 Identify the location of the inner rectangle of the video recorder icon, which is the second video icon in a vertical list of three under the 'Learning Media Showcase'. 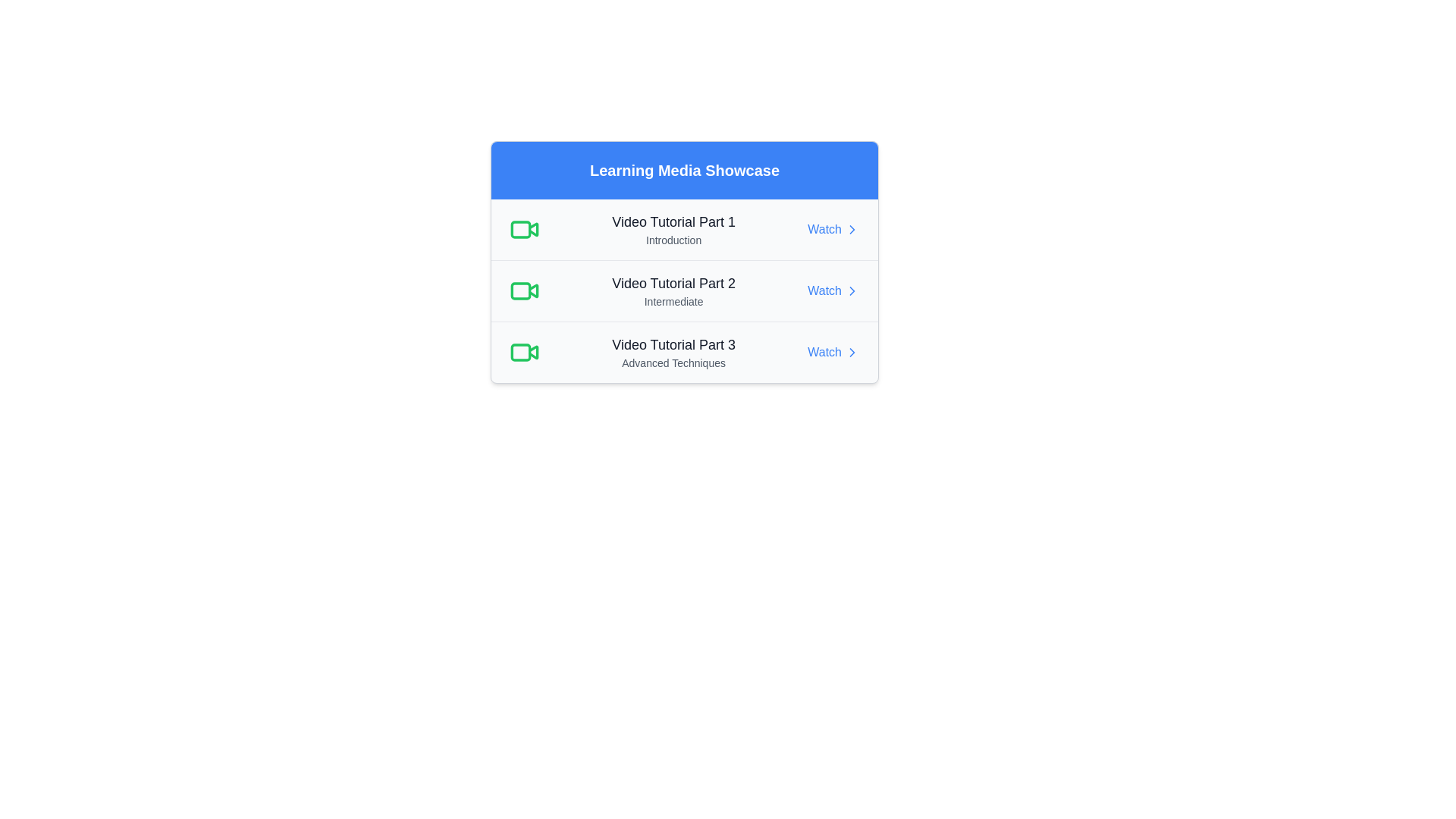
(520, 291).